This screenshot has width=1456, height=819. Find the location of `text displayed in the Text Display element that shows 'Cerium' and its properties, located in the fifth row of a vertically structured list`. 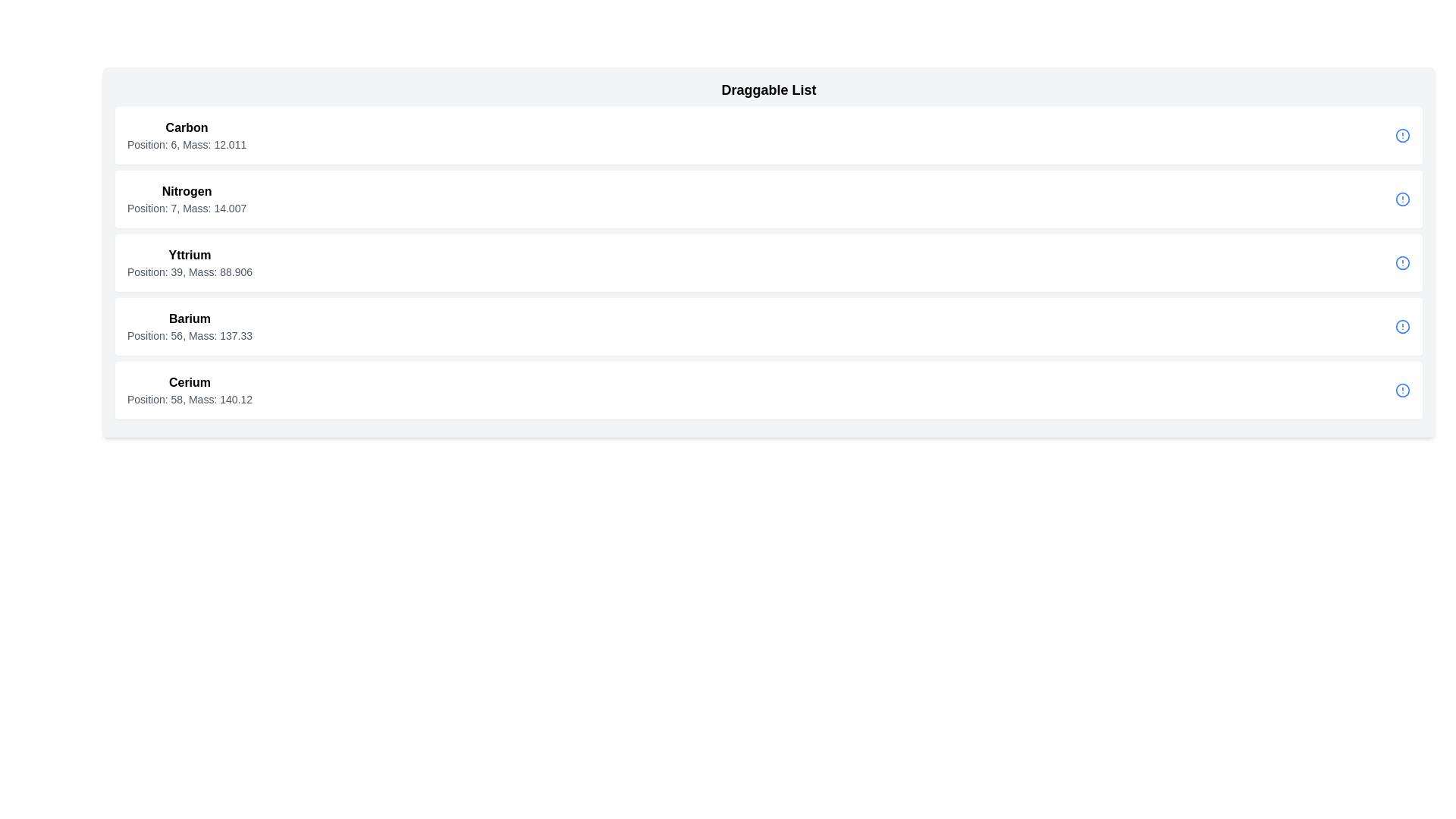

text displayed in the Text Display element that shows 'Cerium' and its properties, located in the fifth row of a vertically structured list is located at coordinates (189, 390).